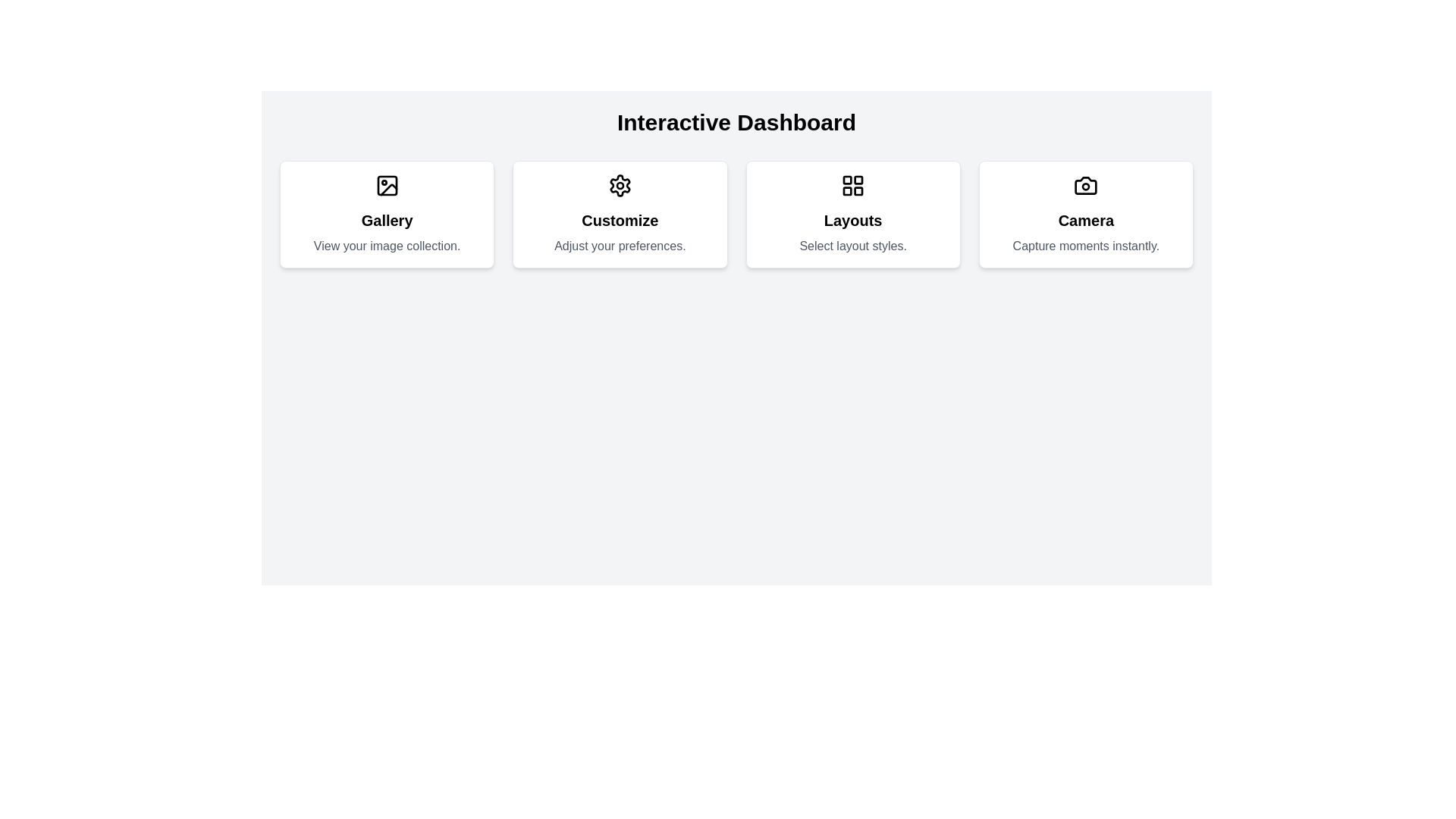 The height and width of the screenshot is (819, 1456). What do you see at coordinates (387, 185) in the screenshot?
I see `the black outline image icon with a circular placeholder symbol located at the top-center of the first 'Gallery' card` at bounding box center [387, 185].